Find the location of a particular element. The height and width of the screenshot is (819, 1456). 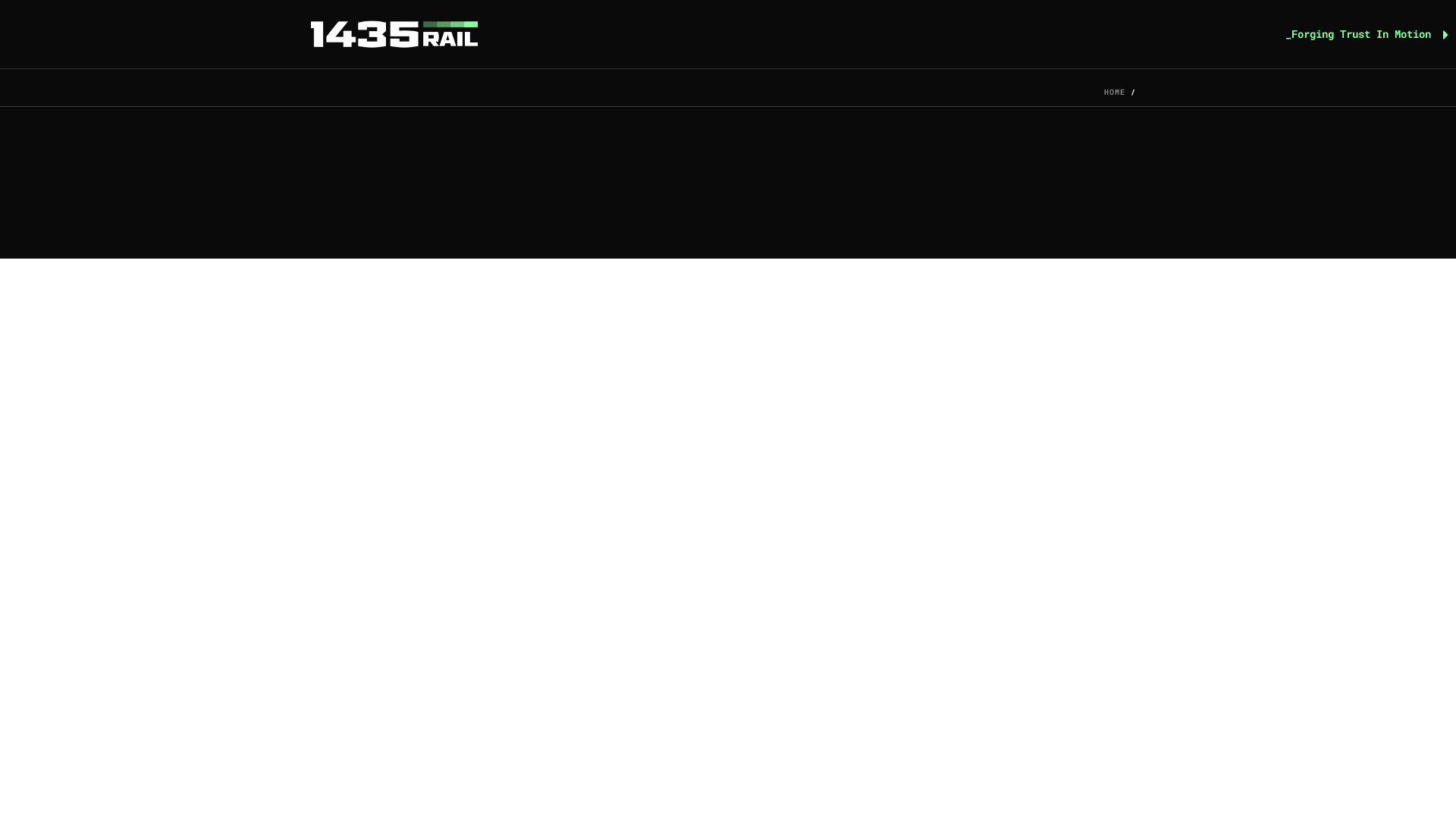

'HOME' is located at coordinates (1114, 92).